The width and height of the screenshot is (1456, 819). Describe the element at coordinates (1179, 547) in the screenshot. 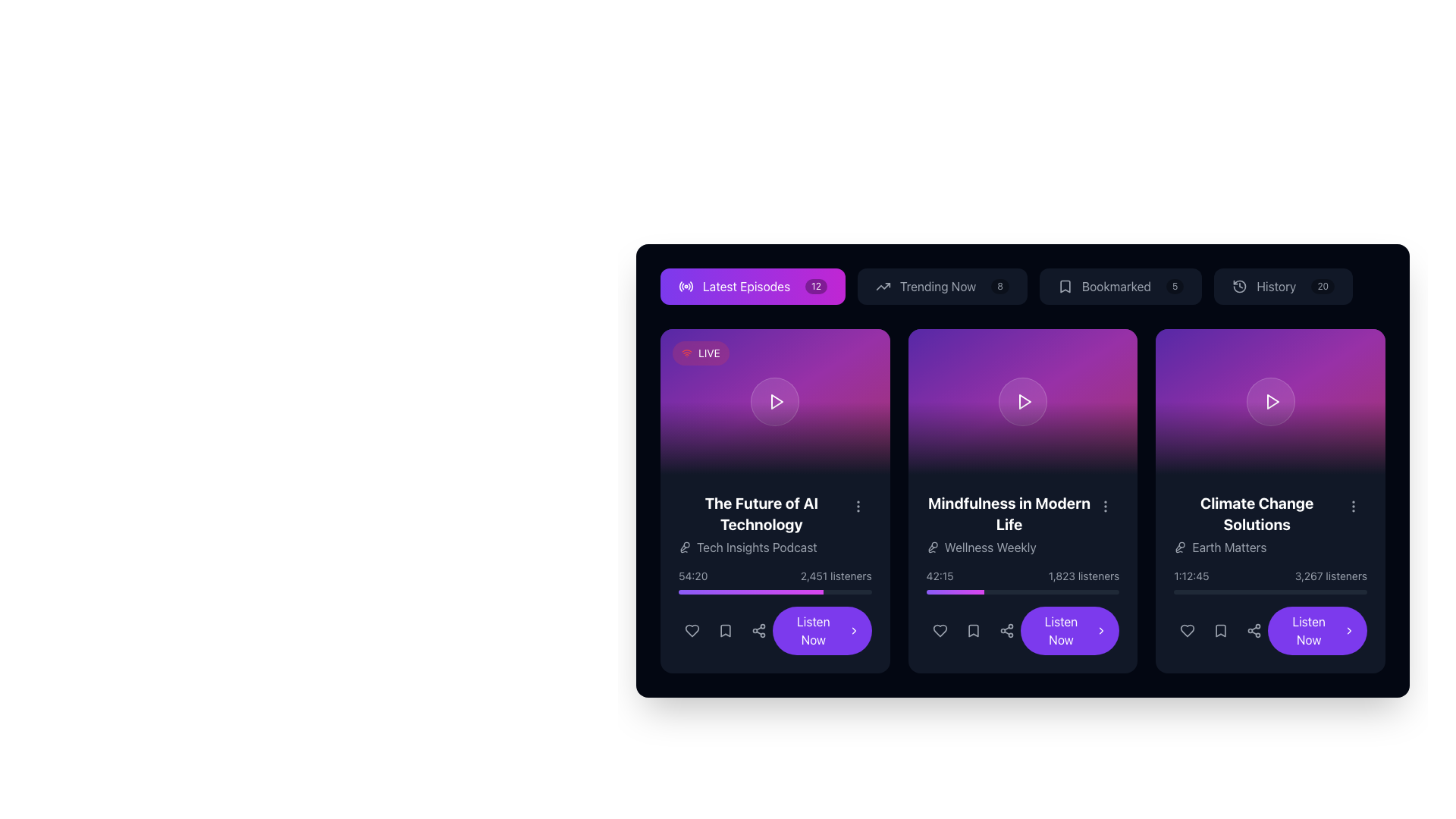

I see `the SVG Icon located to the left of the 'Earth Matters' text in the bottom section of the 'Climate Change Solutions' card` at that location.